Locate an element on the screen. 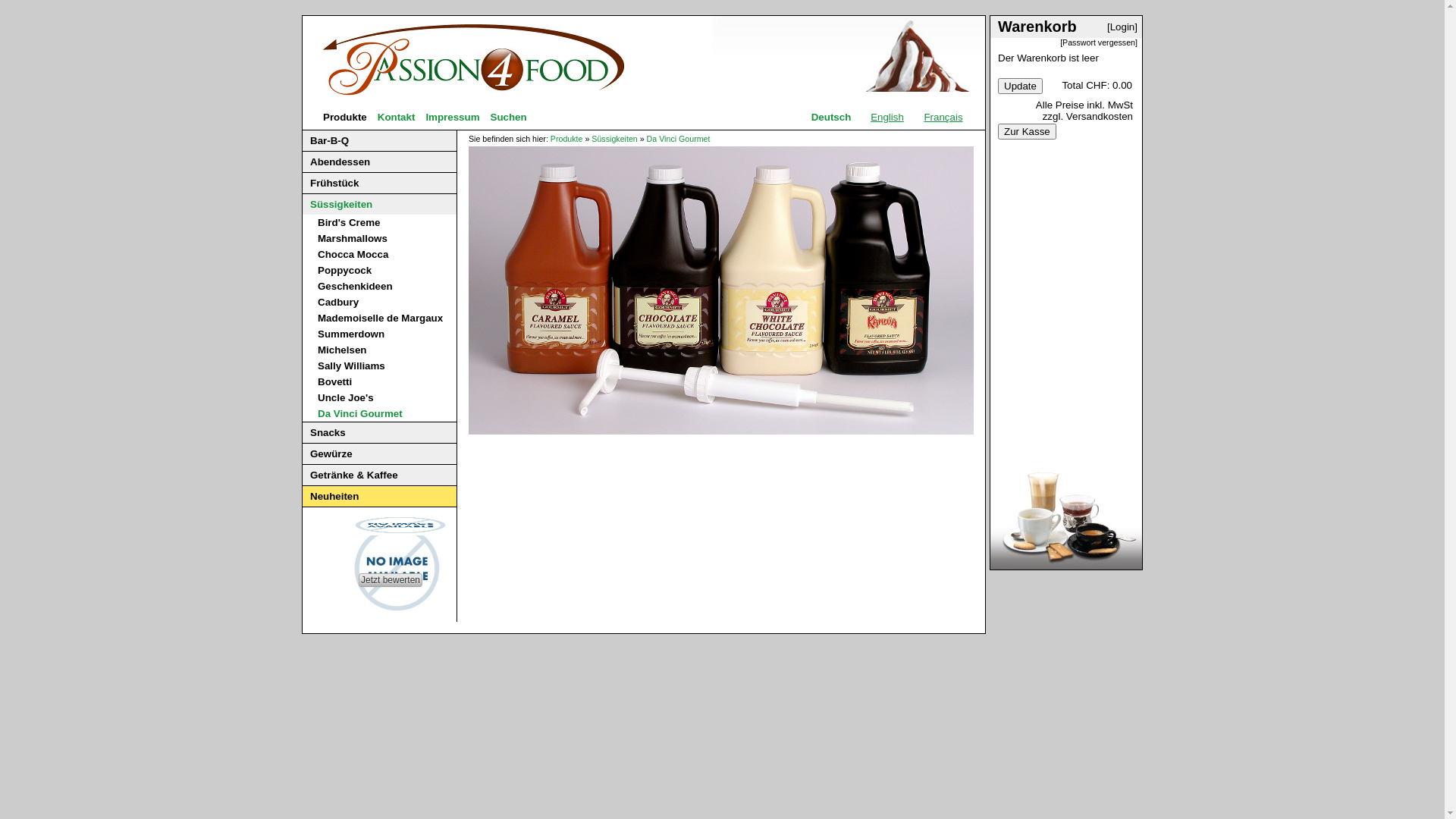 This screenshot has width=1456, height=819. 'Abendessen' is located at coordinates (339, 162).